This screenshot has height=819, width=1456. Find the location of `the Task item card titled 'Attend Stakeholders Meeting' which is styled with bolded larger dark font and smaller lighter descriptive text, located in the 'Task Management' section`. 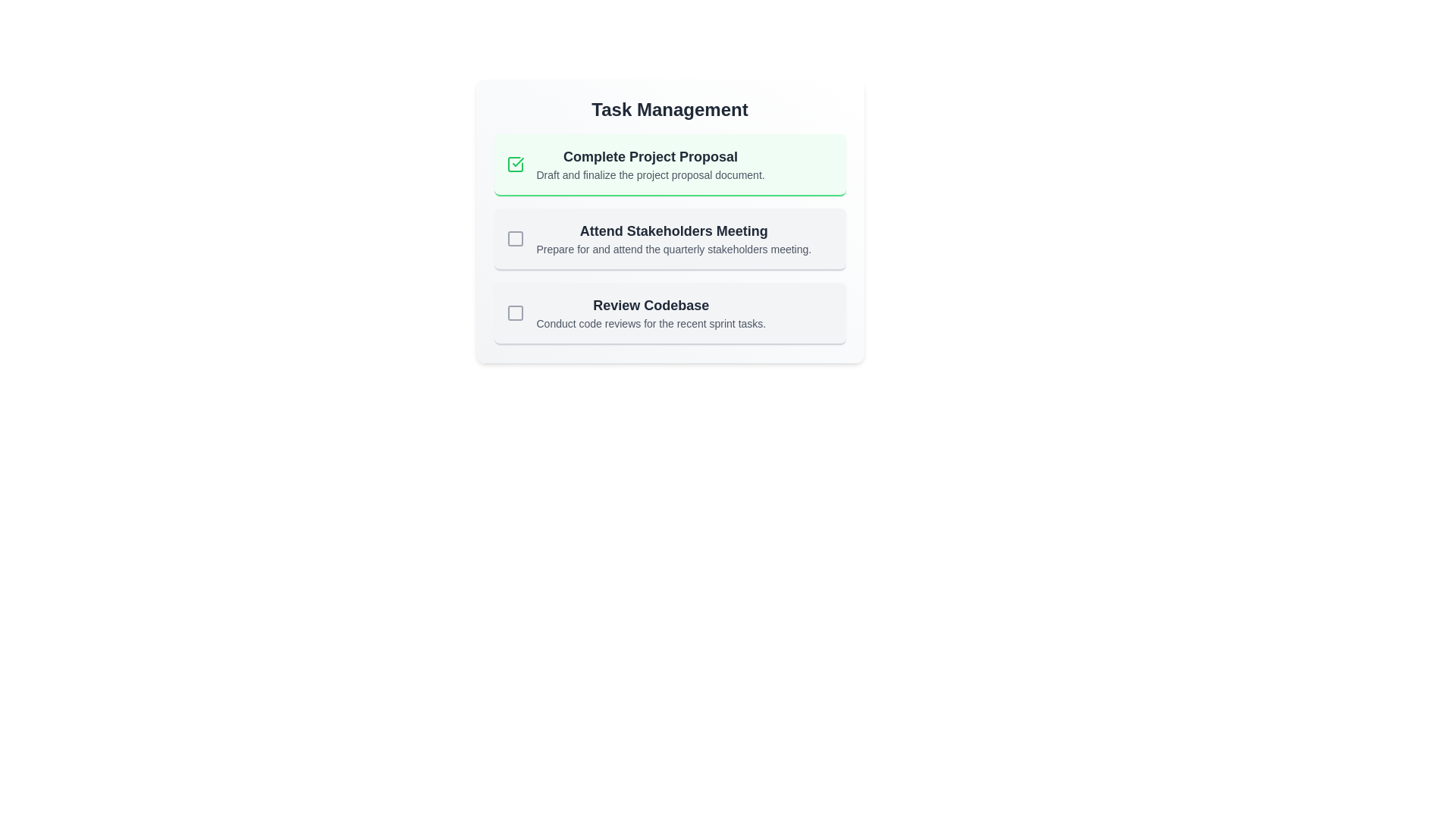

the Task item card titled 'Attend Stakeholders Meeting' which is styled with bolded larger dark font and smaller lighter descriptive text, located in the 'Task Management' section is located at coordinates (673, 239).